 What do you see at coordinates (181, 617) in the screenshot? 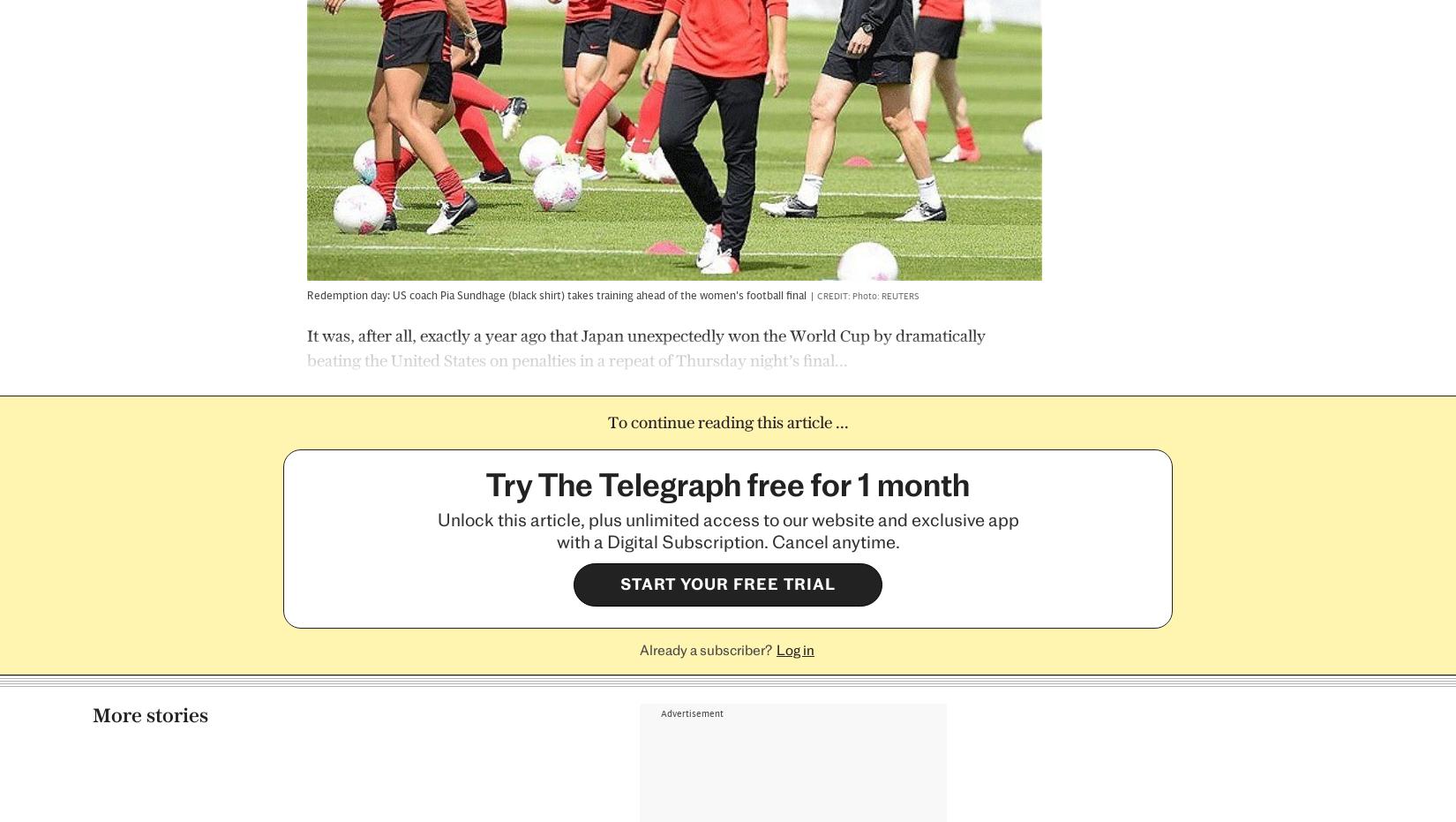
I see `'Leigh Halfpenny and Alun Wyn Jones say farewell to Wales in Barbarians match'` at bounding box center [181, 617].